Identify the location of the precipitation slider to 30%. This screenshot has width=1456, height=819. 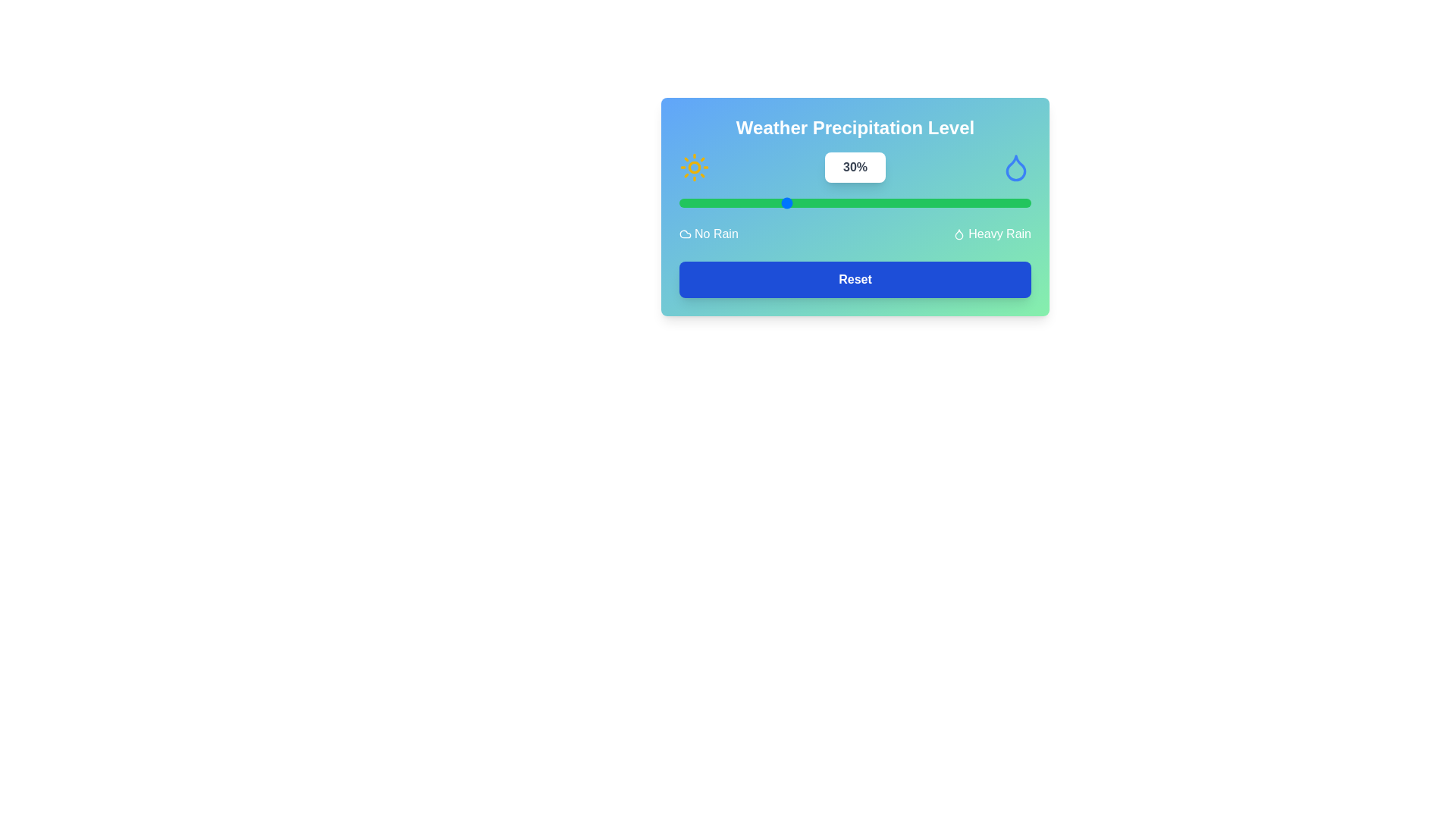
(785, 202).